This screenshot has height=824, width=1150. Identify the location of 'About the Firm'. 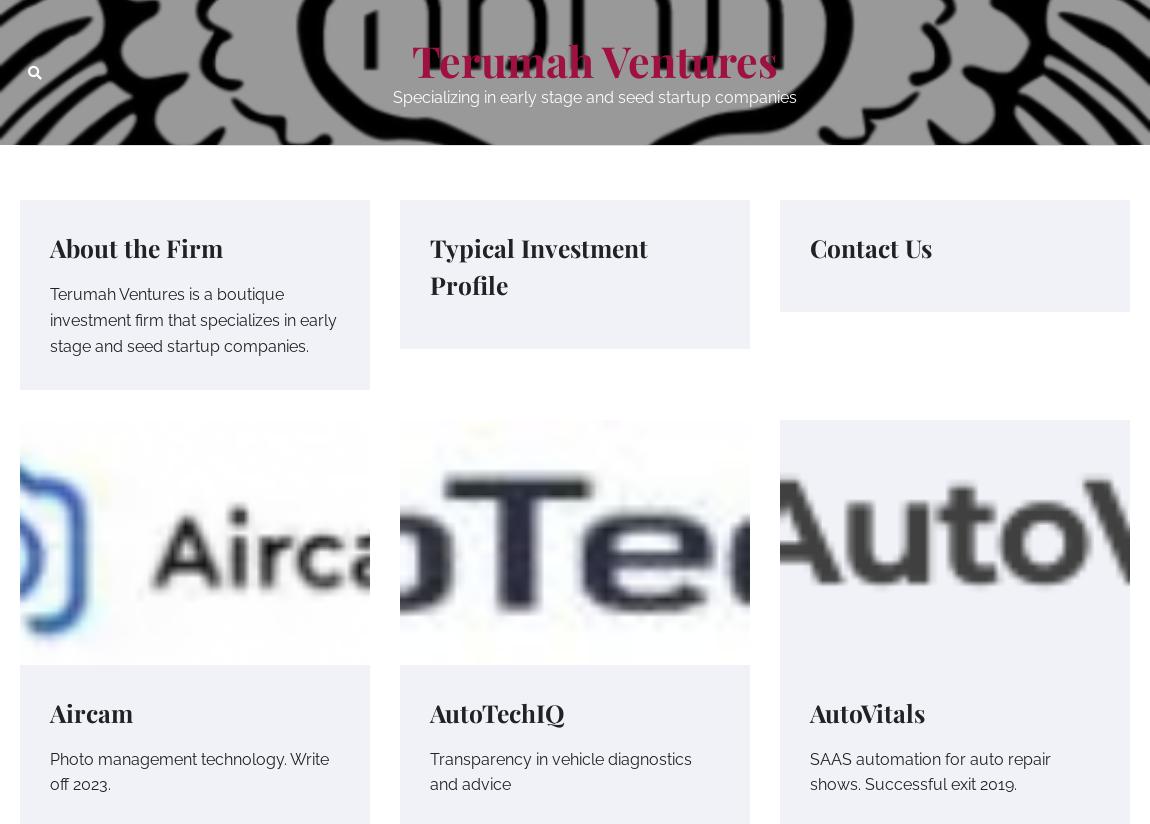
(135, 247).